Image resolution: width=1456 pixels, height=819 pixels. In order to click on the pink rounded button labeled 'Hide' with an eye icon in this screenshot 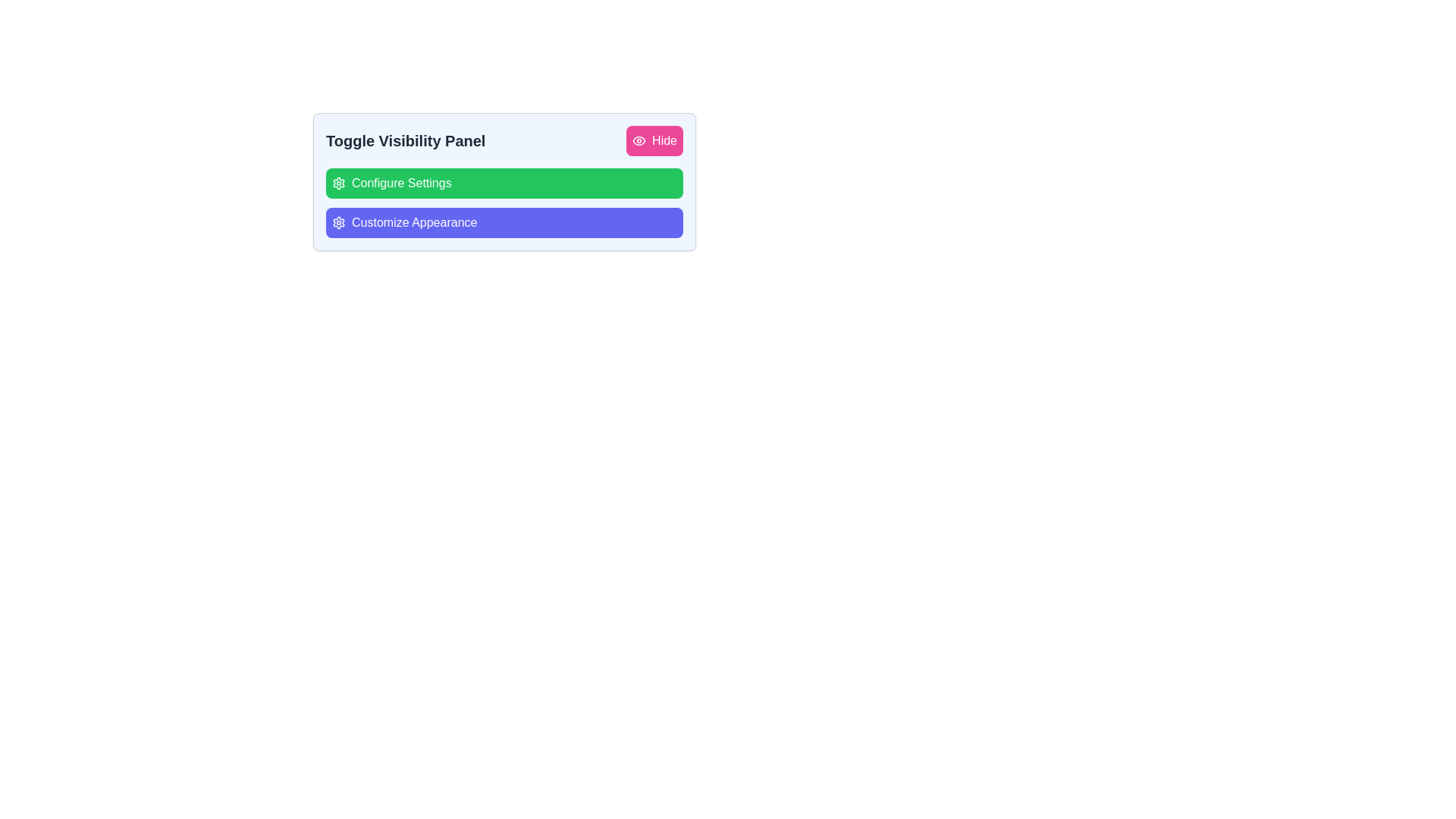, I will do `click(654, 140)`.